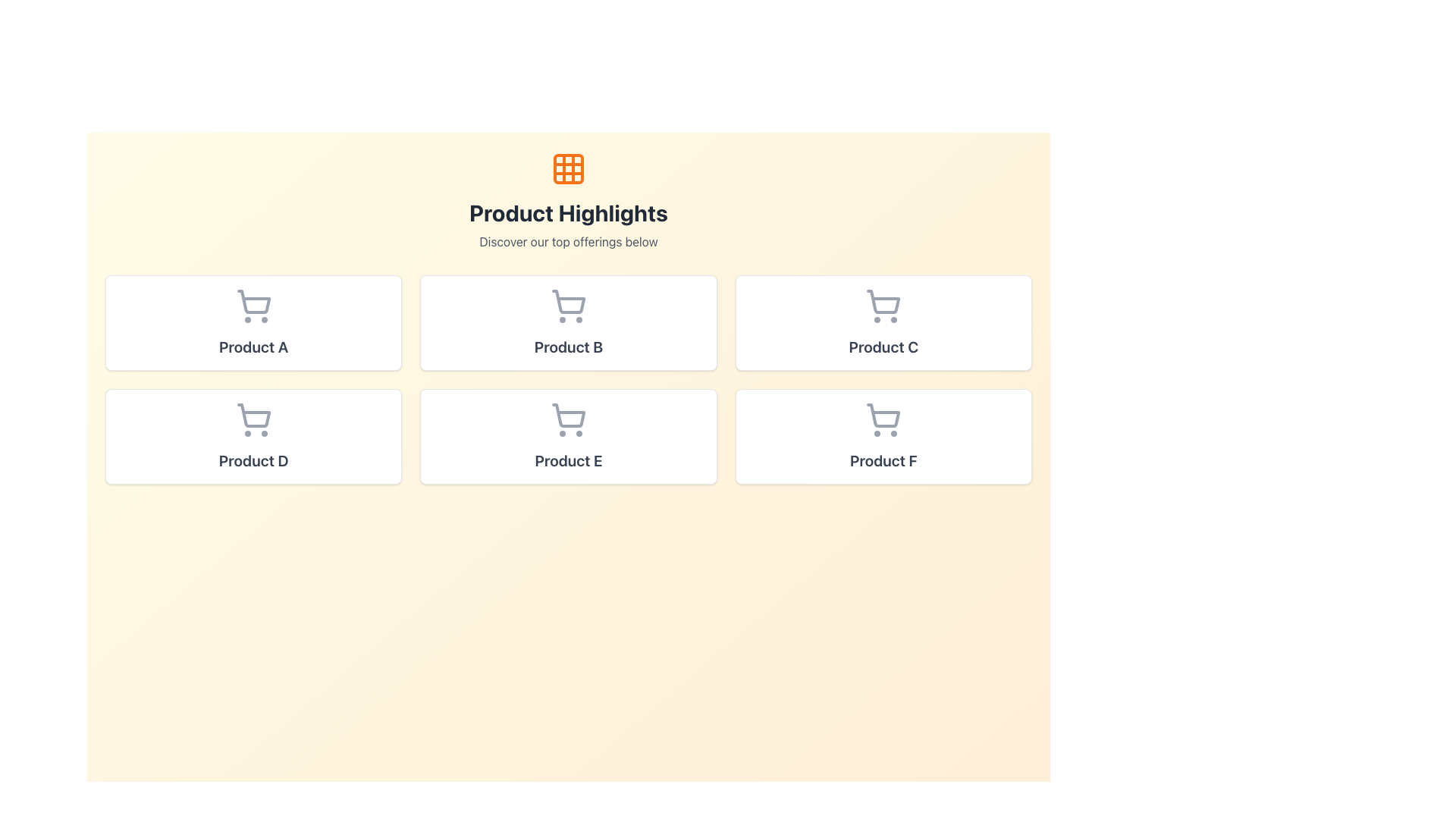  What do you see at coordinates (567, 169) in the screenshot?
I see `the grid icon component located at the center of the 3x3 grid layout, which symbolizes organization or selection of items` at bounding box center [567, 169].